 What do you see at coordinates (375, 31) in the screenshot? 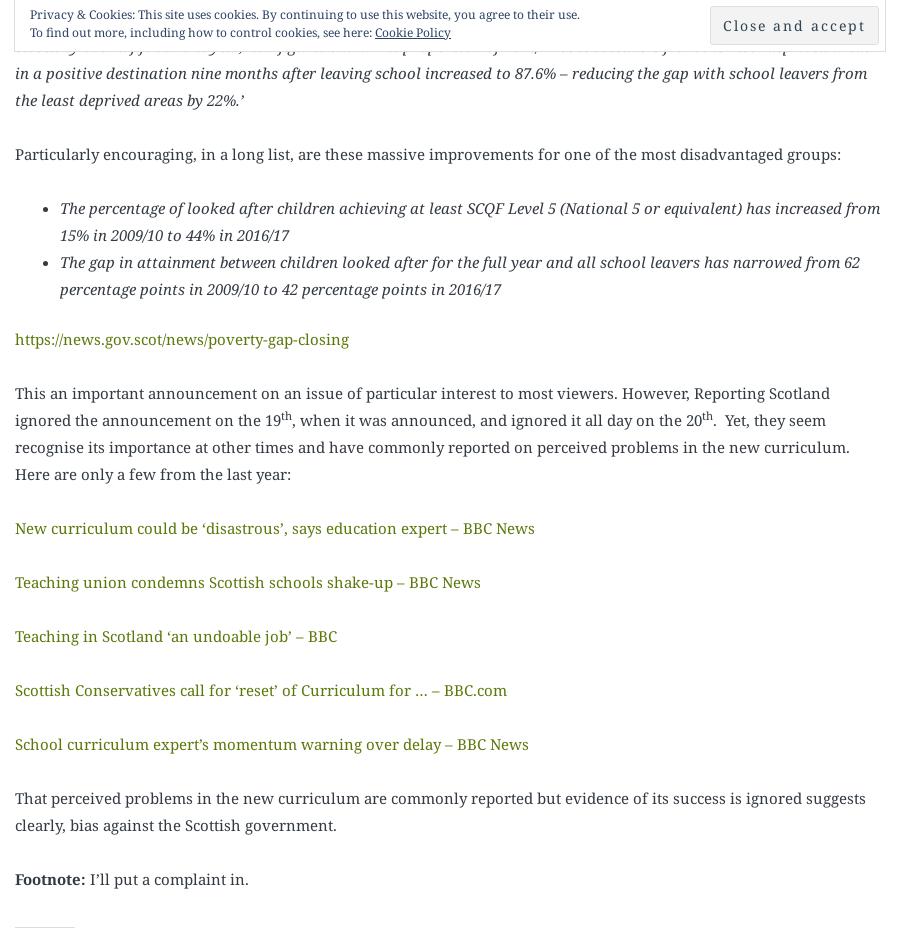
I see `'Cookie Policy'` at bounding box center [375, 31].